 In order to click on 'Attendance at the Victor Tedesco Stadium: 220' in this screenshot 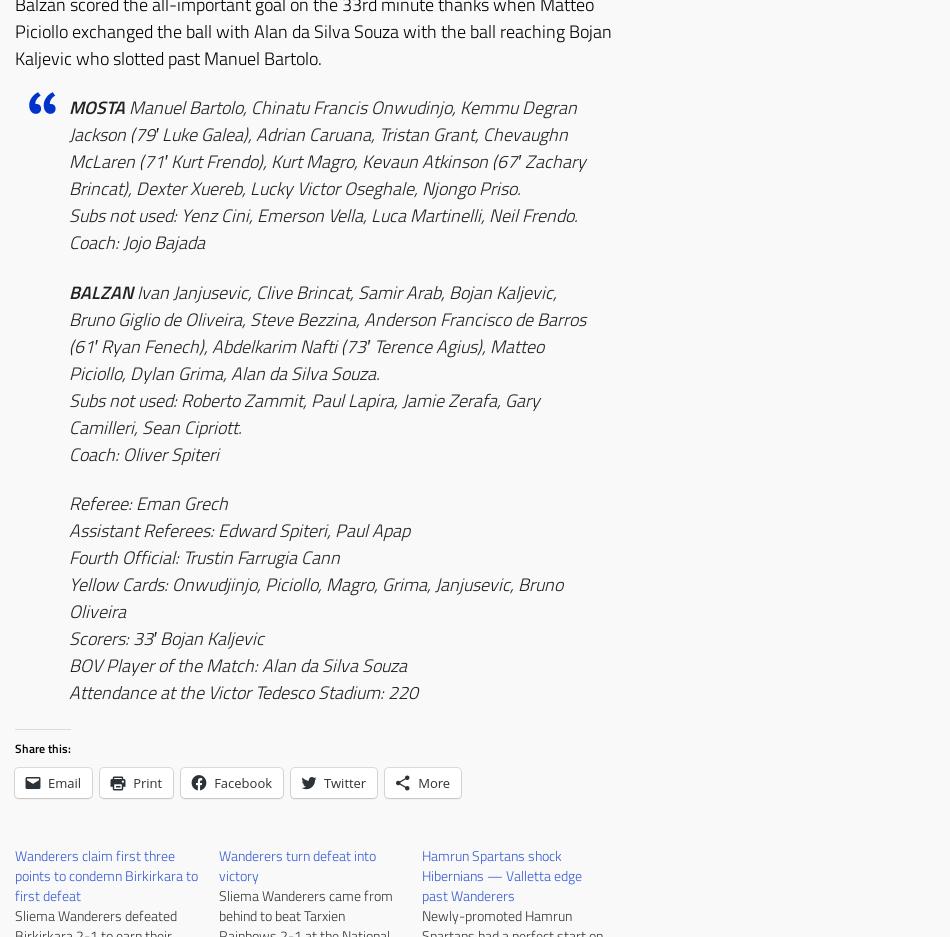, I will do `click(68, 692)`.